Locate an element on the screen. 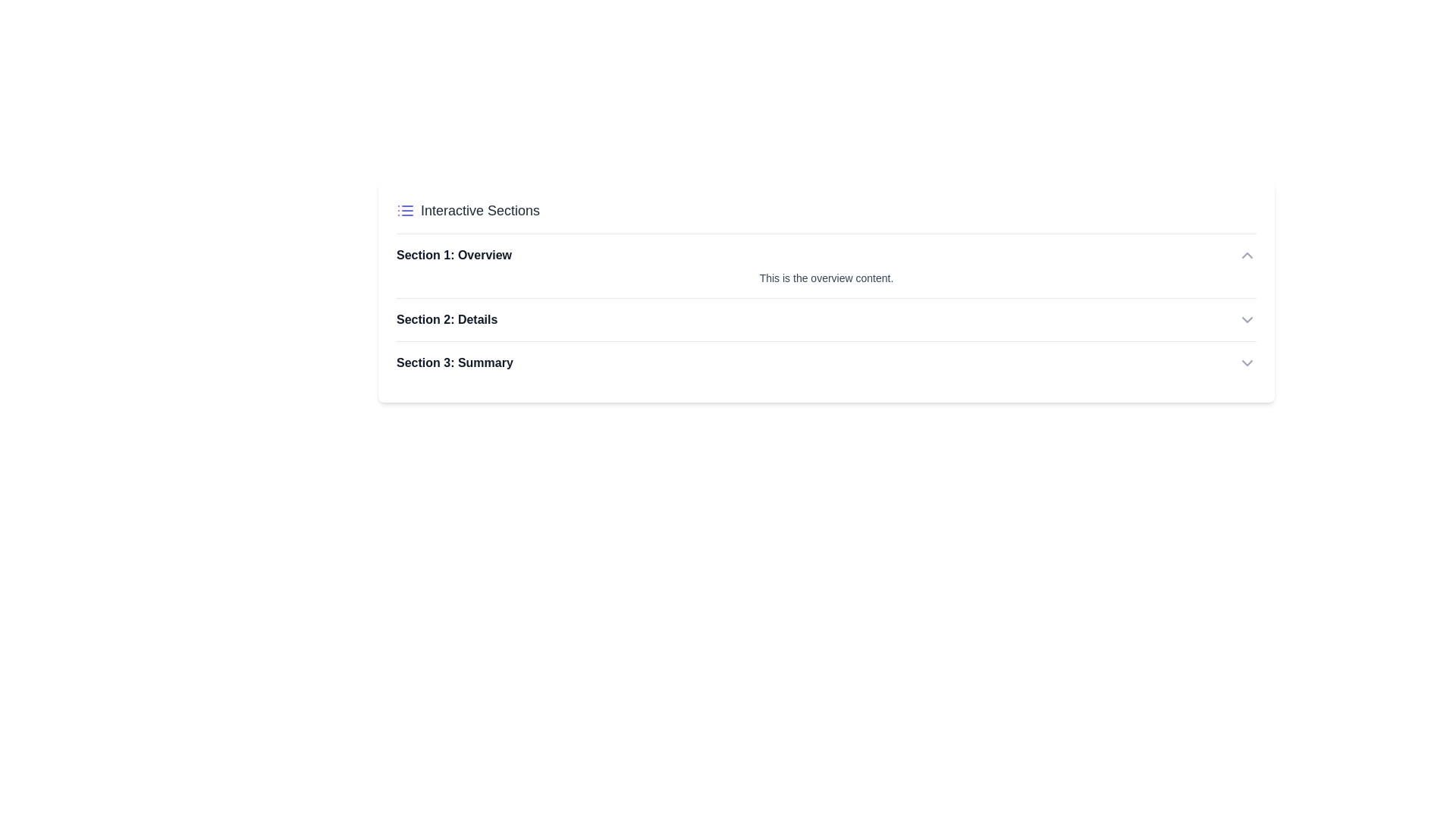 The height and width of the screenshot is (819, 1456). the Dropdown toggle icon (chevron) next to the 'Section 2: Details' title is located at coordinates (1247, 318).